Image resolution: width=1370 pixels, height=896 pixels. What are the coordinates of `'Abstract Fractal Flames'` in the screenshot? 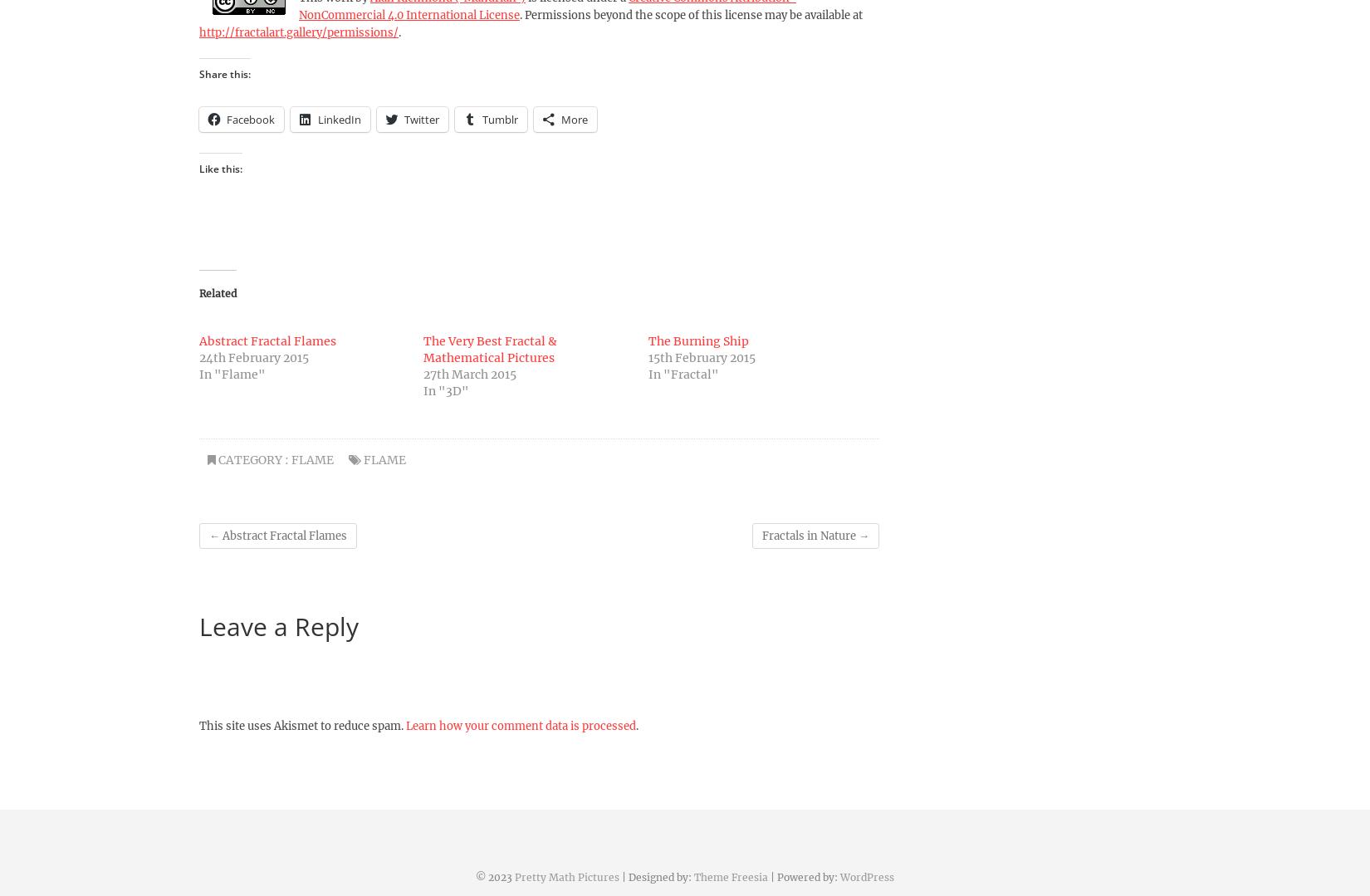 It's located at (283, 534).